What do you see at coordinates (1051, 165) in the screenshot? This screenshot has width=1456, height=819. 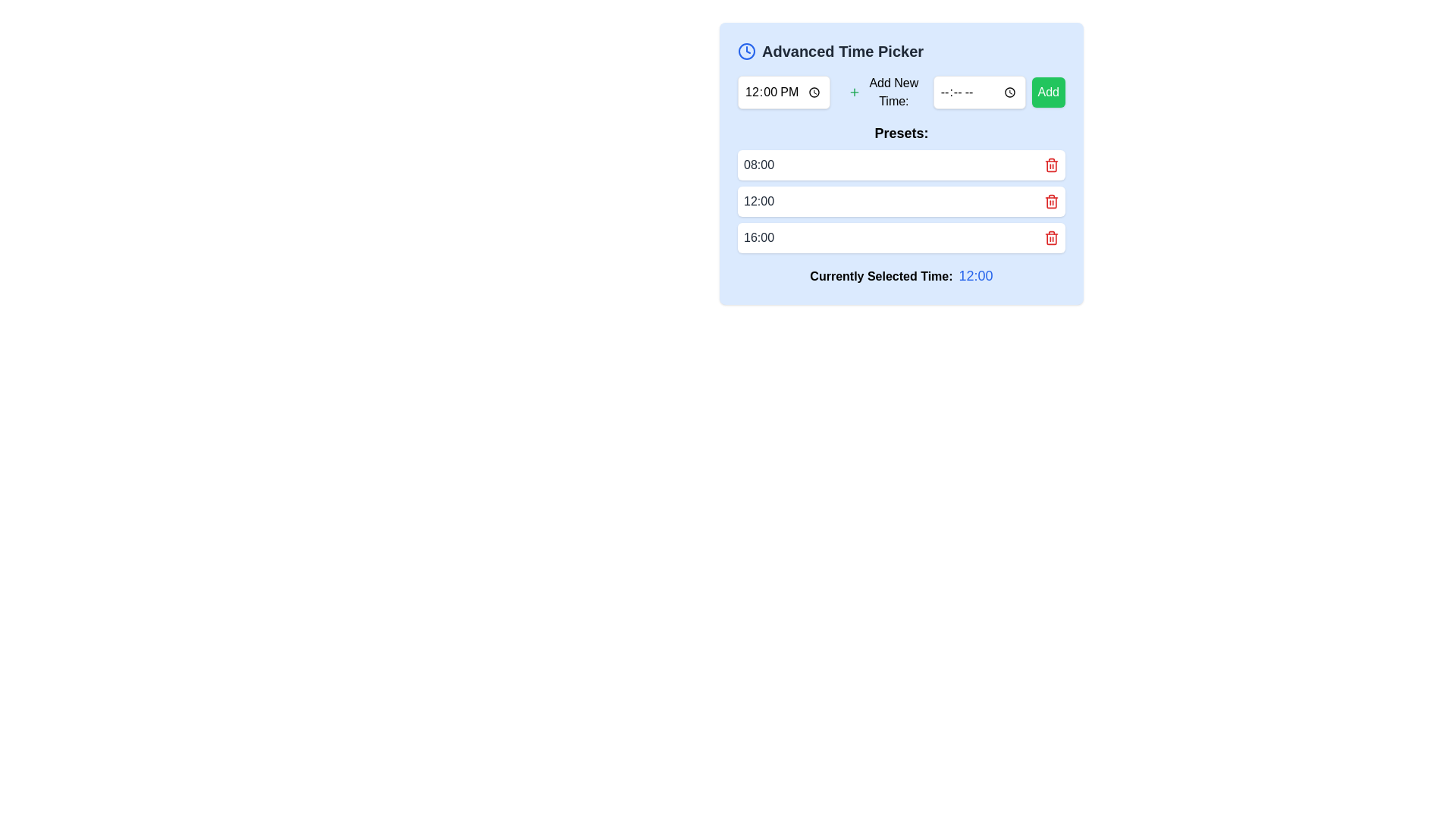 I see `the red trash can icon` at bounding box center [1051, 165].